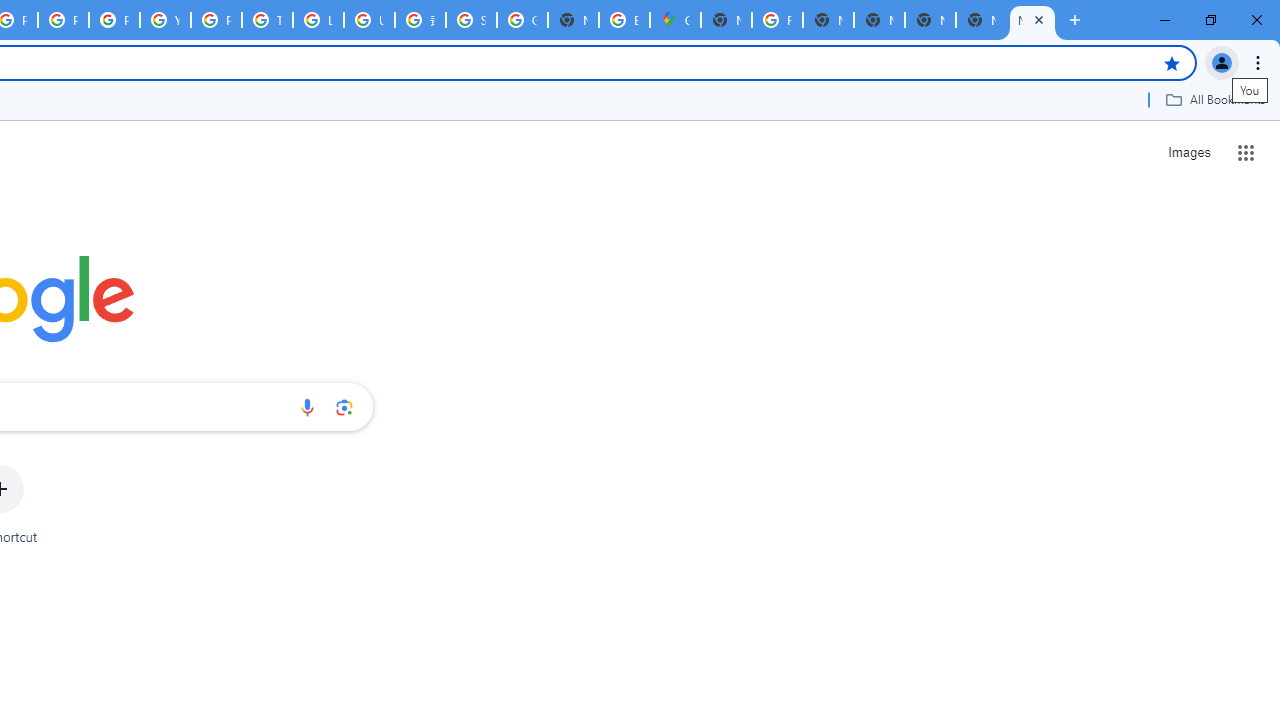 The height and width of the screenshot is (720, 1280). I want to click on 'Sign in - Google Accounts', so click(470, 20).